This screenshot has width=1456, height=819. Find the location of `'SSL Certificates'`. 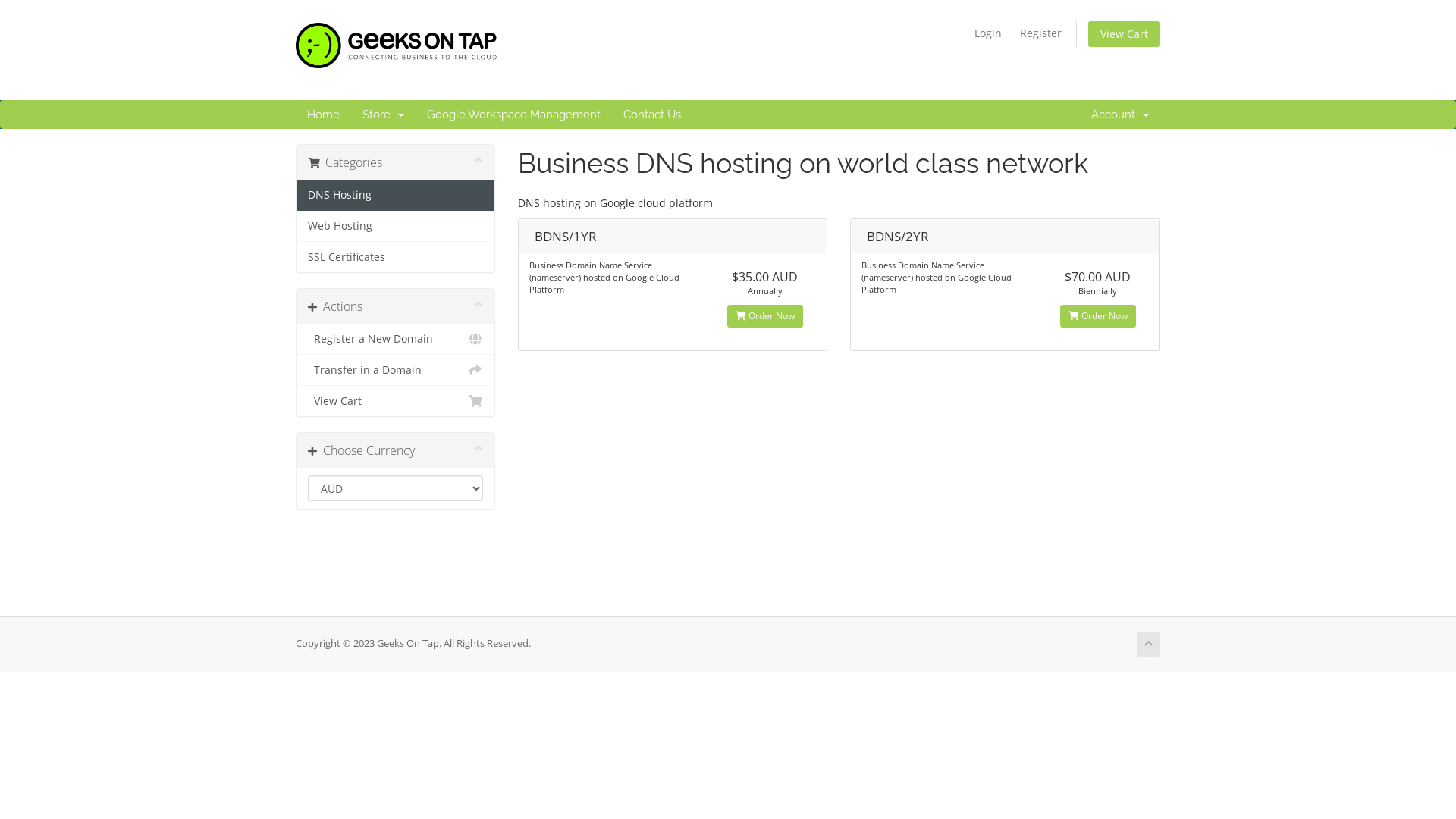

'SSL Certificates' is located at coordinates (395, 256).